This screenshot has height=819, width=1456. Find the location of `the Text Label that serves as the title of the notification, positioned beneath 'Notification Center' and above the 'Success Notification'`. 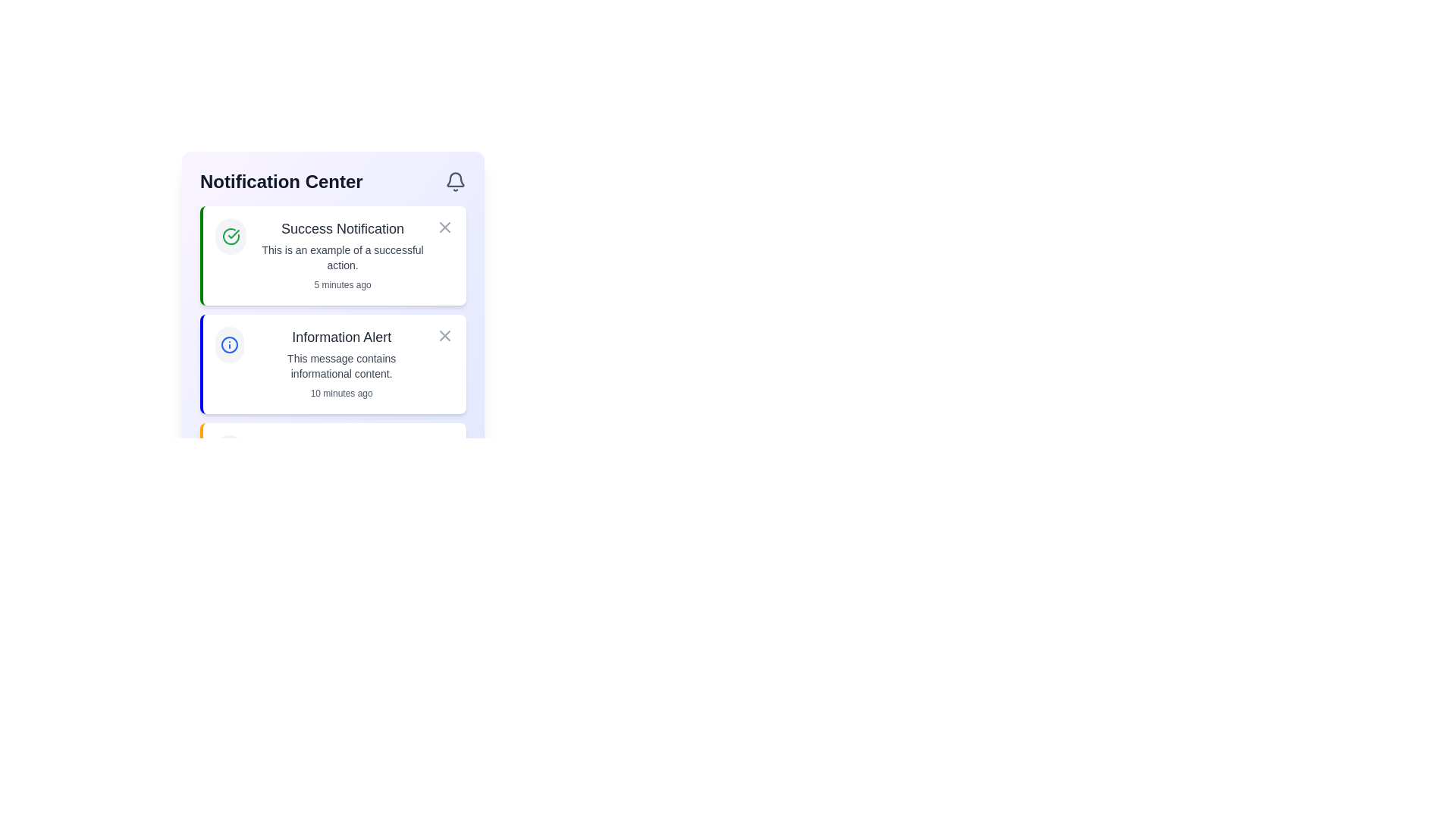

the Text Label that serves as the title of the notification, positioned beneath 'Notification Center' and above the 'Success Notification' is located at coordinates (340, 336).